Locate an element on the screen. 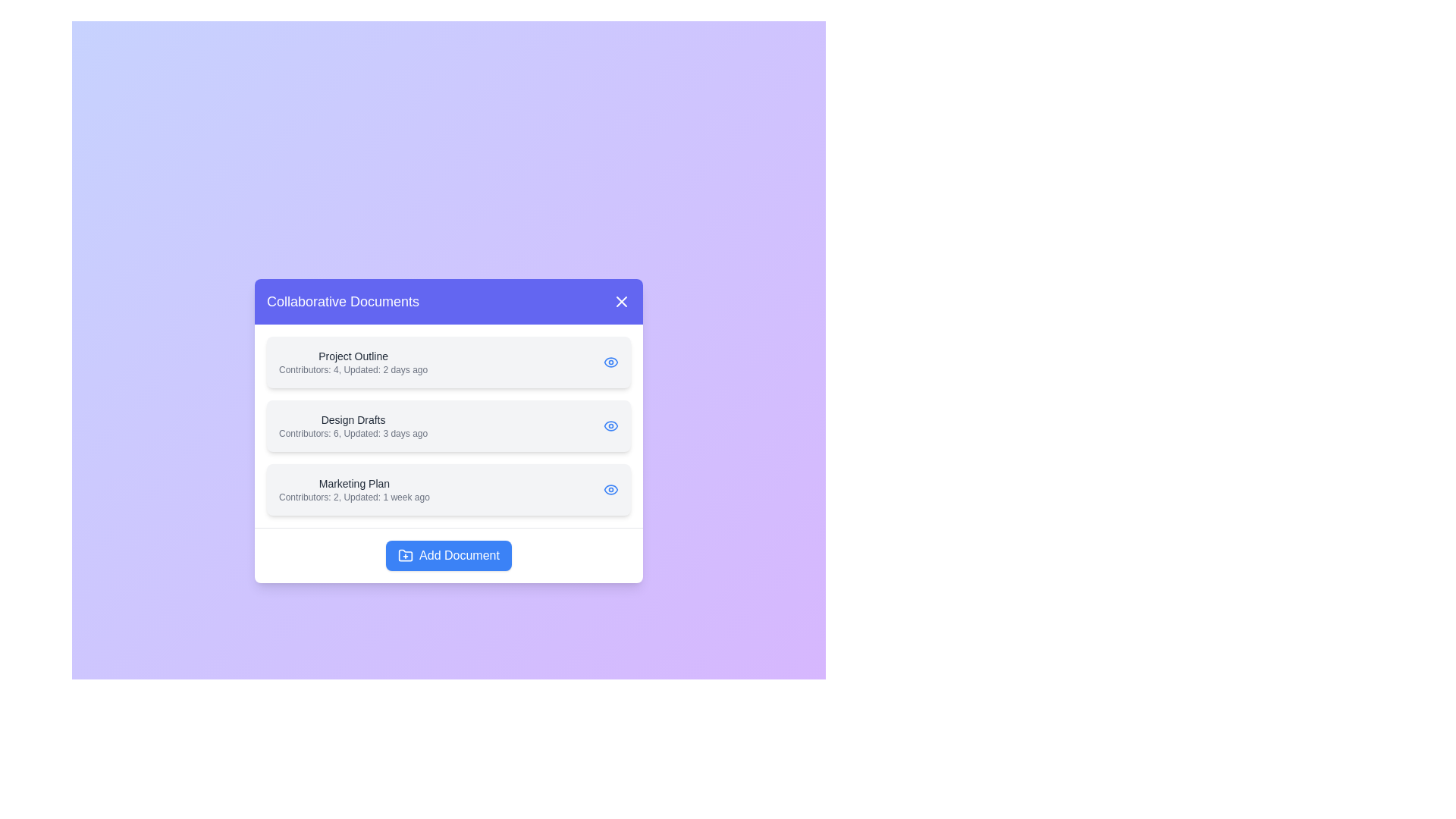  'Add Document' button to initiate the addition of a new document is located at coordinates (447, 555).